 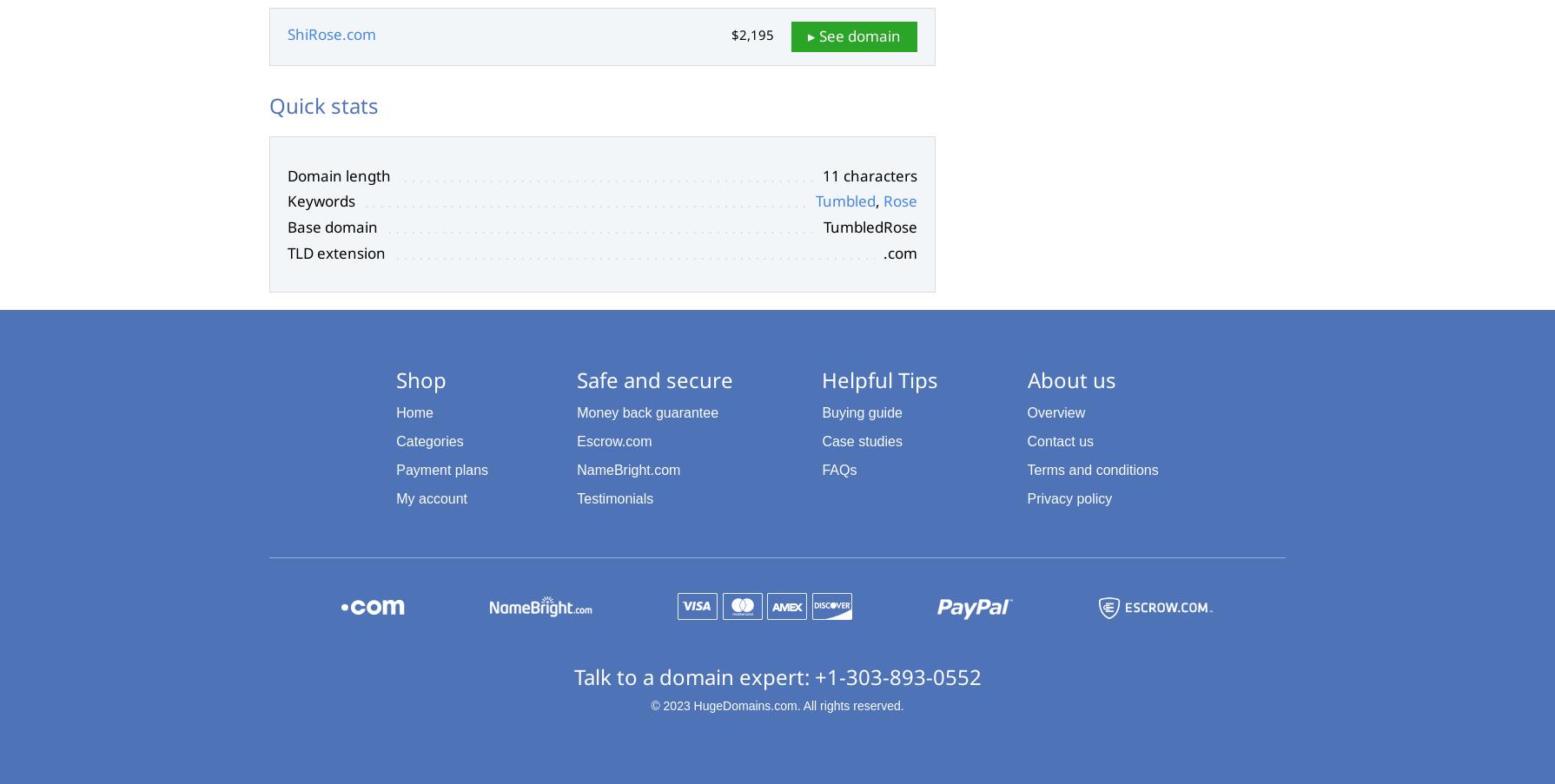 I want to click on 'Overview', so click(x=1055, y=412).